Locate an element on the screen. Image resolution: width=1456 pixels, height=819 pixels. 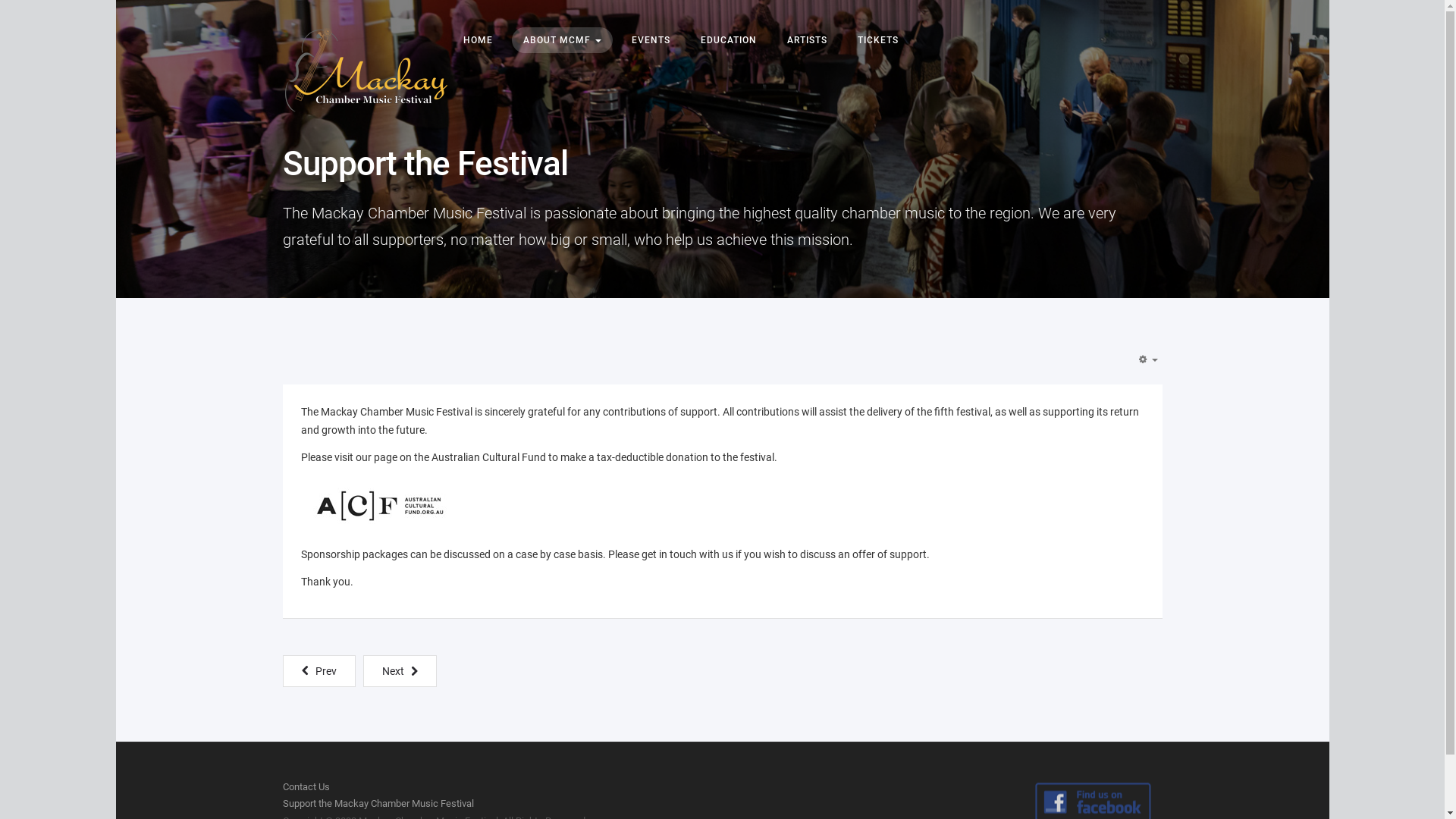
'ABOUT MCMF' is located at coordinates (560, 39).